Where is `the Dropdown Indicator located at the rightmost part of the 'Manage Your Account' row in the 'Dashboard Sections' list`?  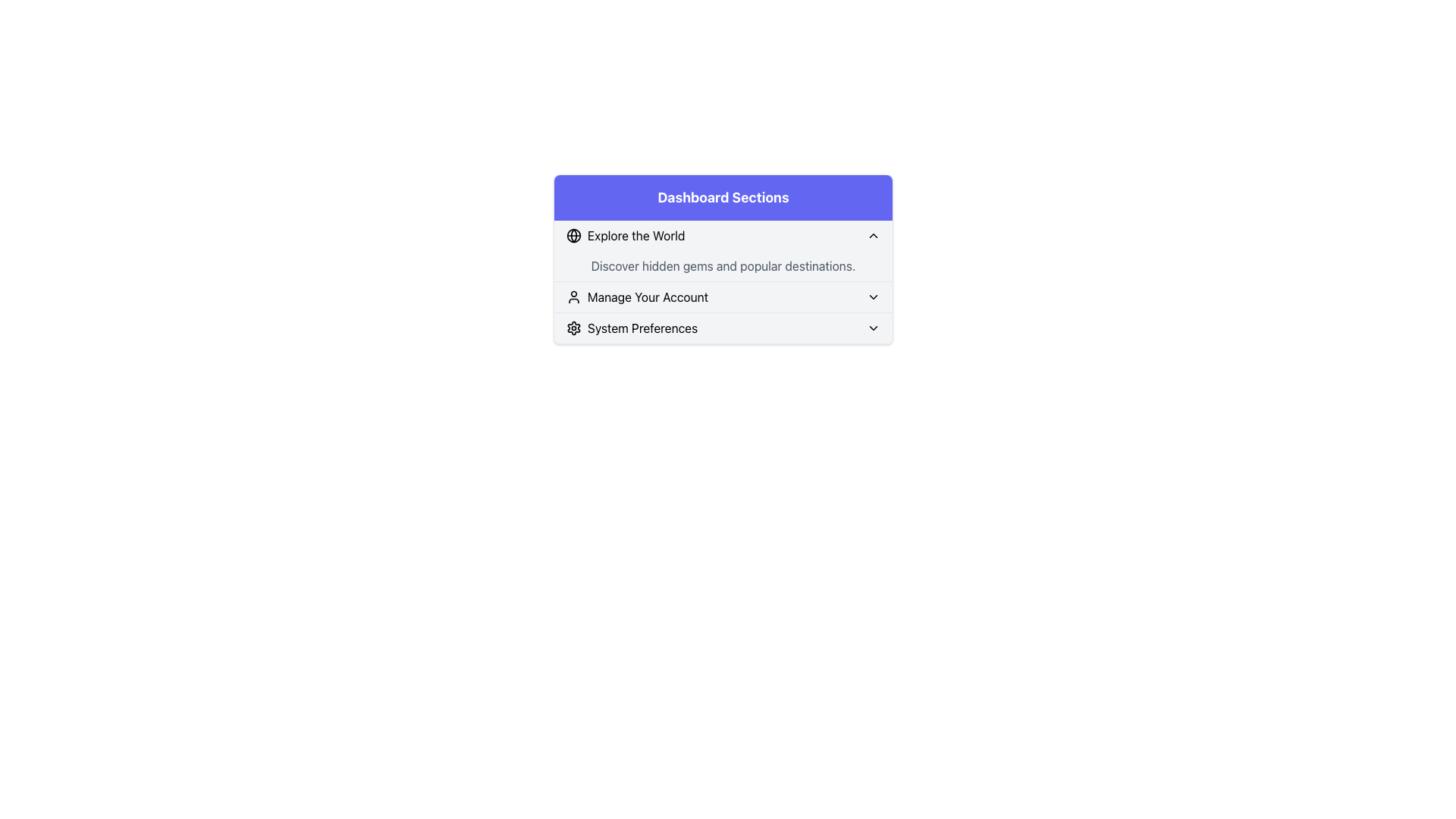
the Dropdown Indicator located at the rightmost part of the 'Manage Your Account' row in the 'Dashboard Sections' list is located at coordinates (874, 297).